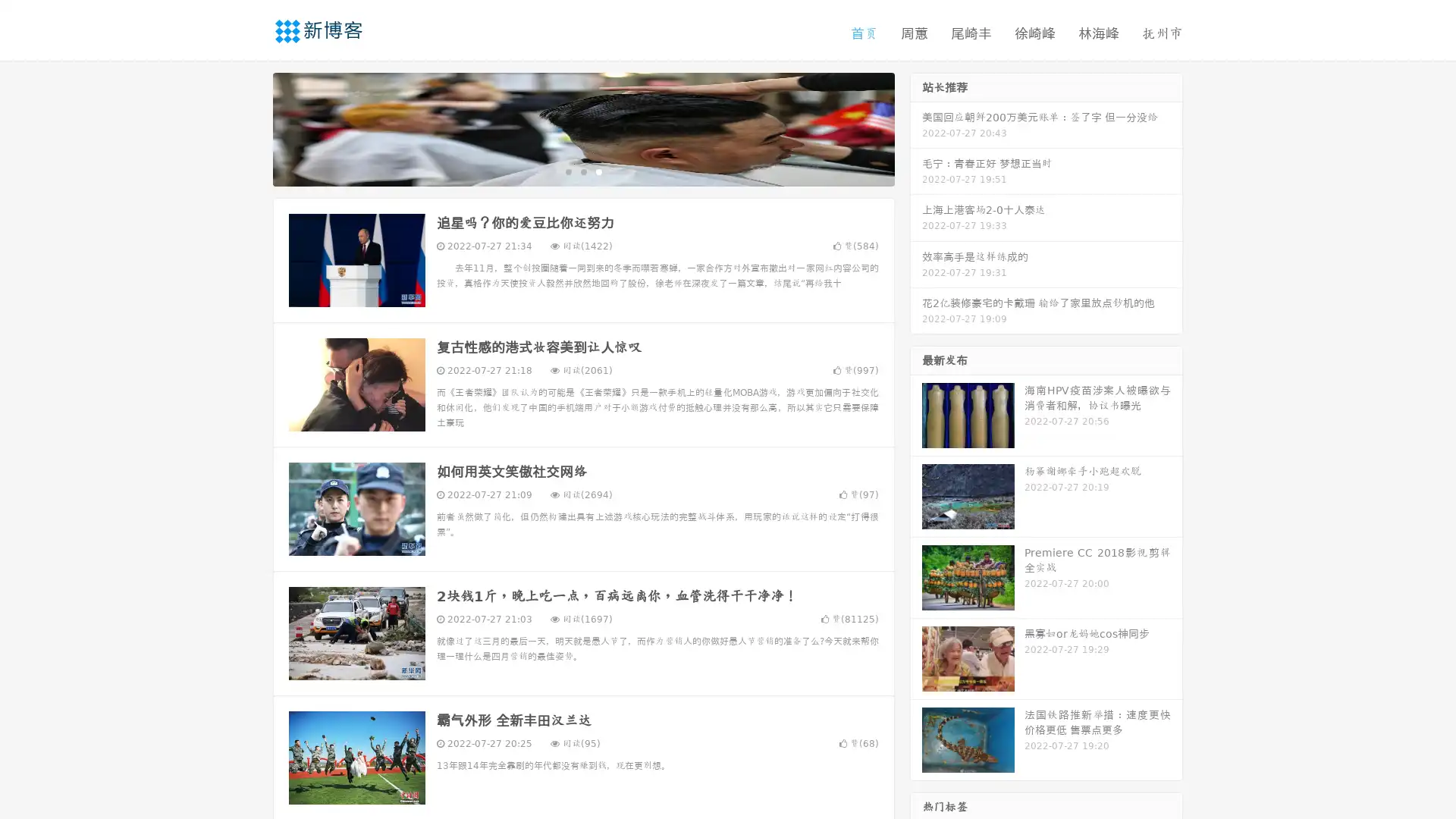  What do you see at coordinates (567, 171) in the screenshot?
I see `Go to slide 1` at bounding box center [567, 171].